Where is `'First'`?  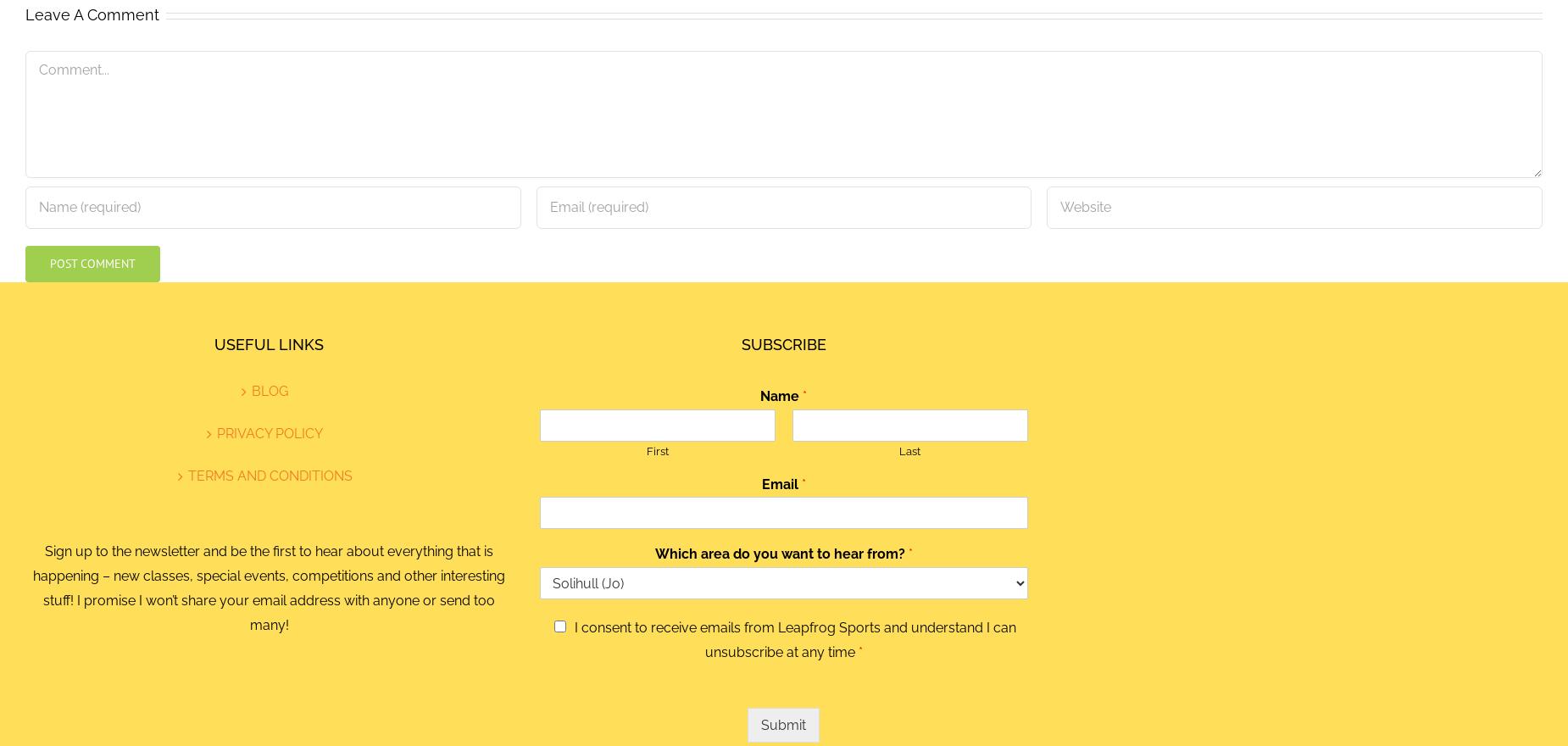 'First' is located at coordinates (658, 449).